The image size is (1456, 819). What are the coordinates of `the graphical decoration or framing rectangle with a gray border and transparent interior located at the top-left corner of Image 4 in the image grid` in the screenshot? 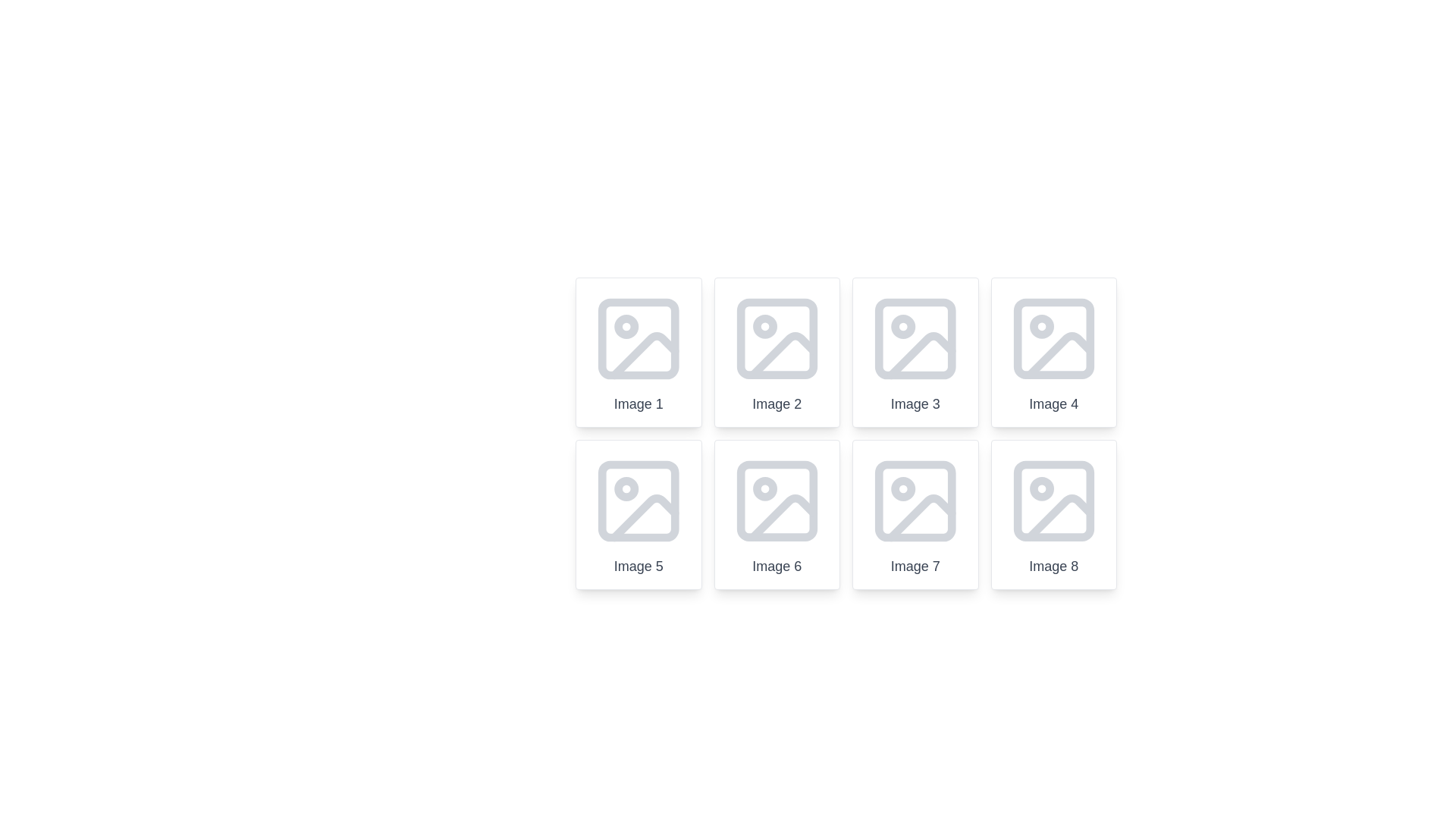 It's located at (1053, 338).